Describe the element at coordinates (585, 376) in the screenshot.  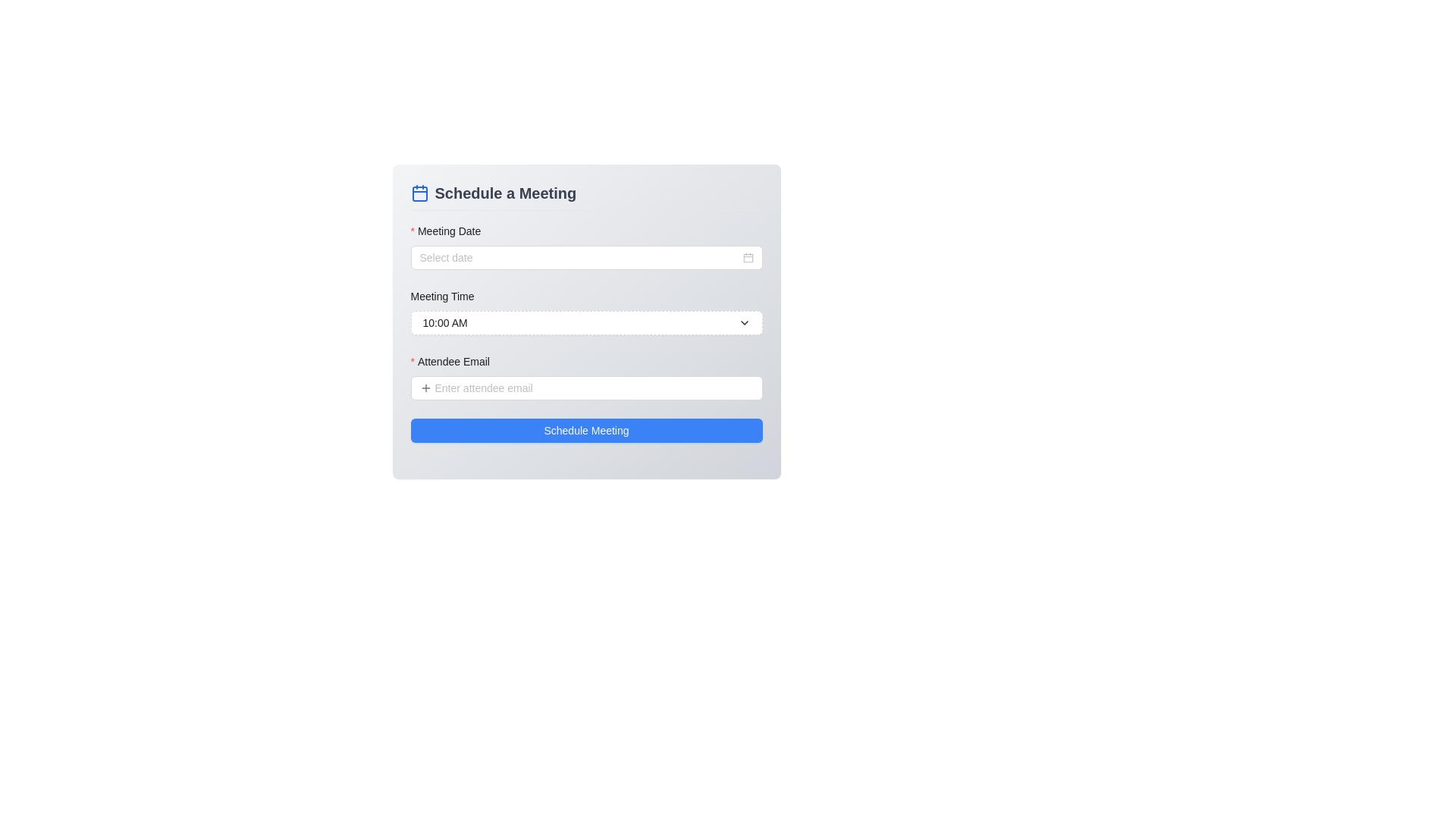
I see `the 'Attendee Email' input field located below the 'Meeting Time' section` at that location.